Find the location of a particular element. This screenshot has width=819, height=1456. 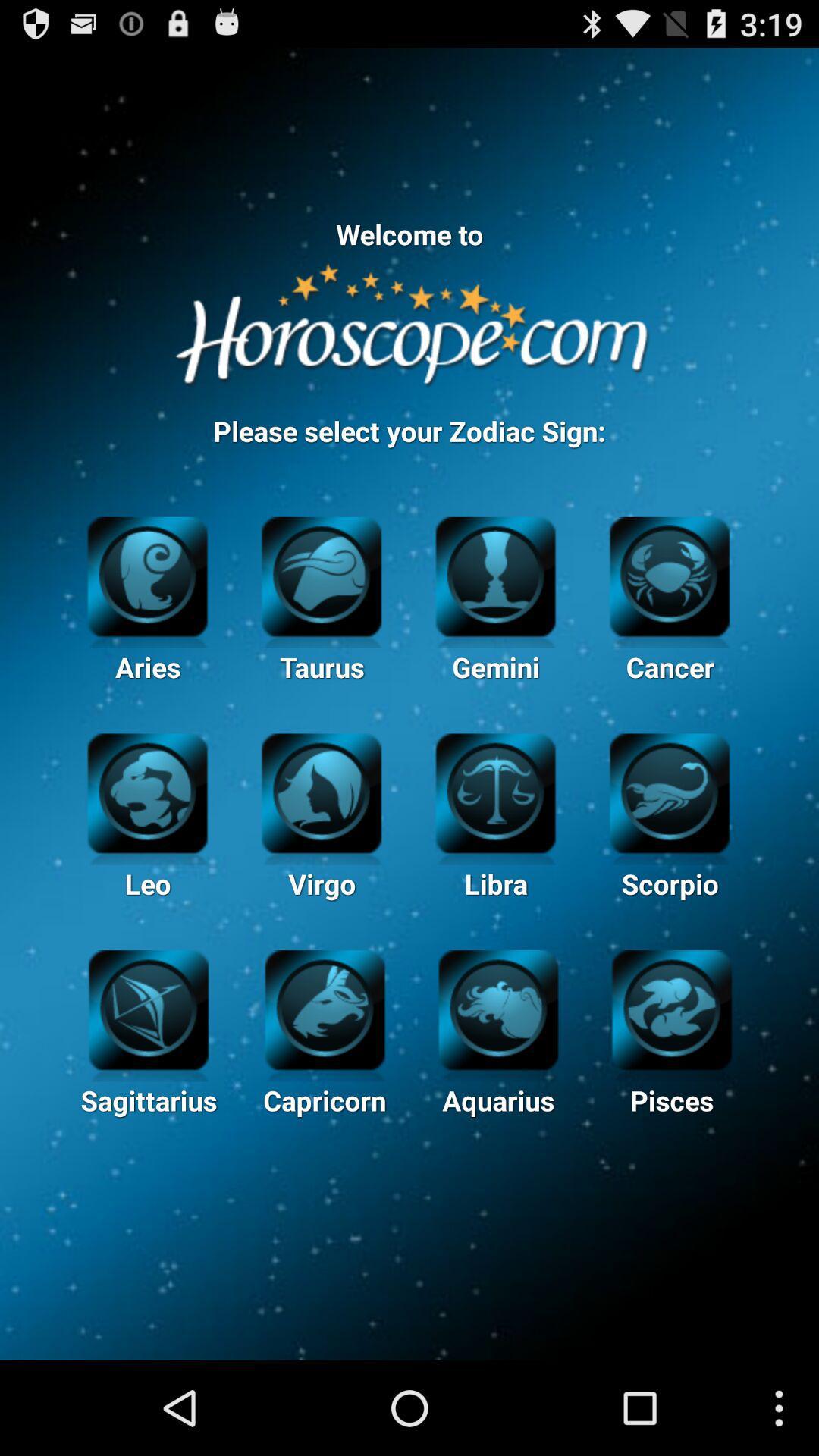

the second image in the first row is located at coordinates (321, 574).